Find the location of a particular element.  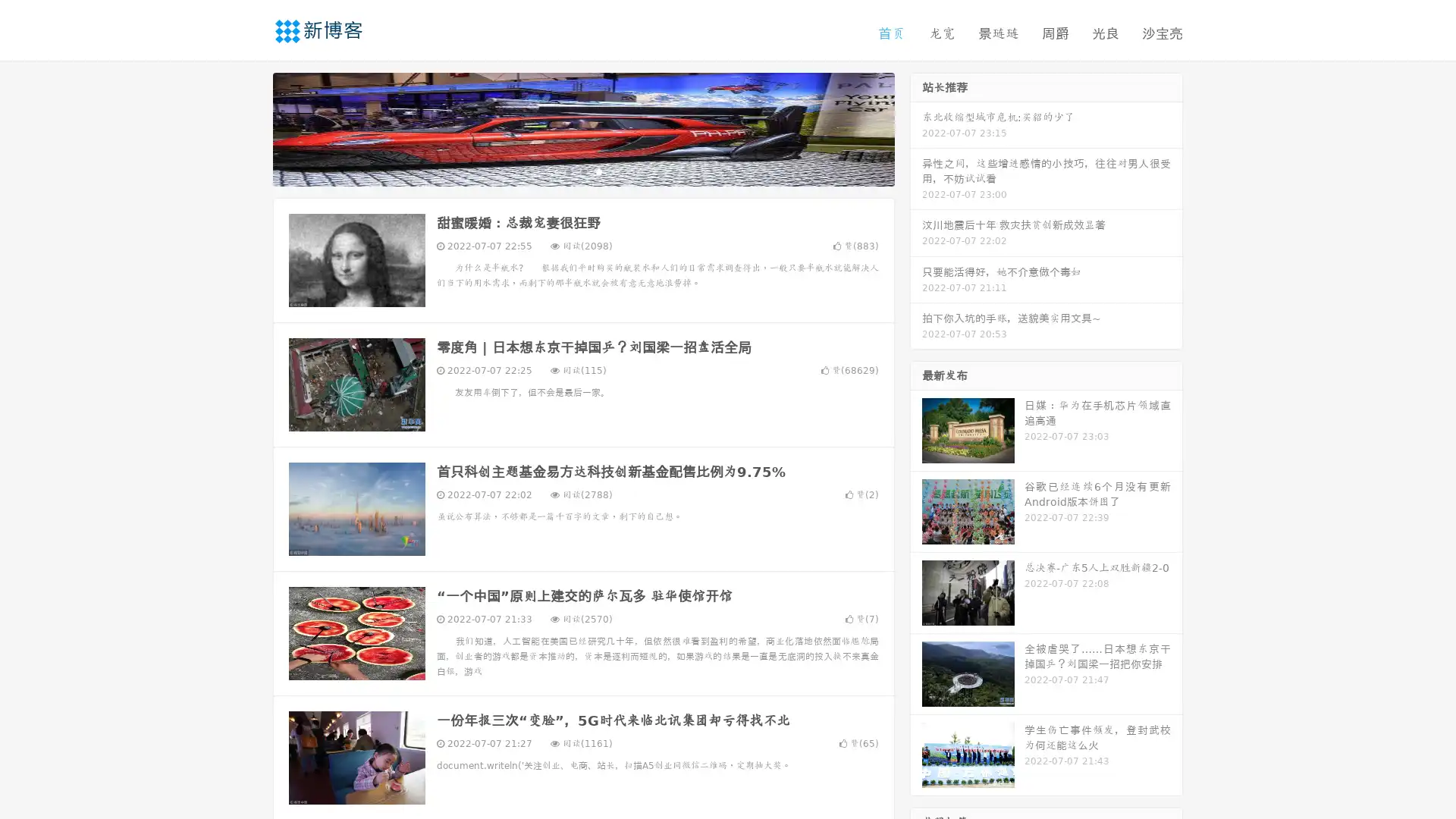

Go to slide 3 is located at coordinates (598, 171).